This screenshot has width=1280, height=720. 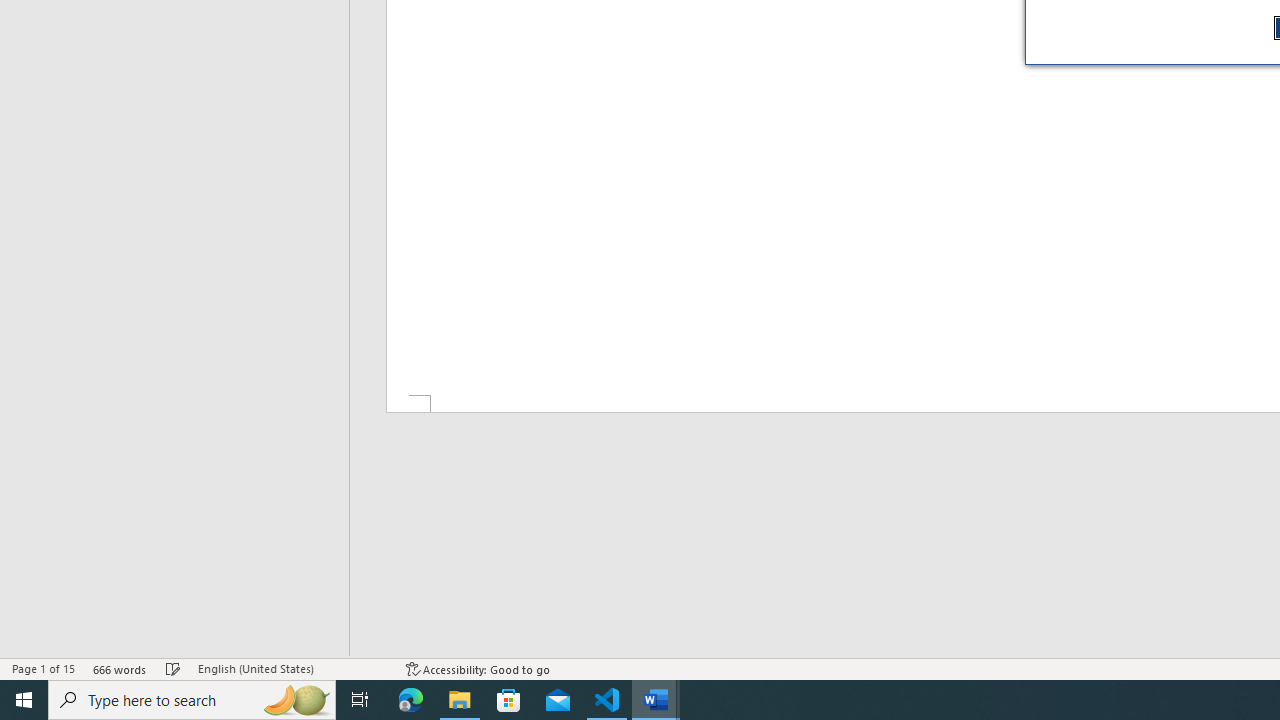 What do you see at coordinates (119, 669) in the screenshot?
I see `'Word Count 666 words'` at bounding box center [119, 669].